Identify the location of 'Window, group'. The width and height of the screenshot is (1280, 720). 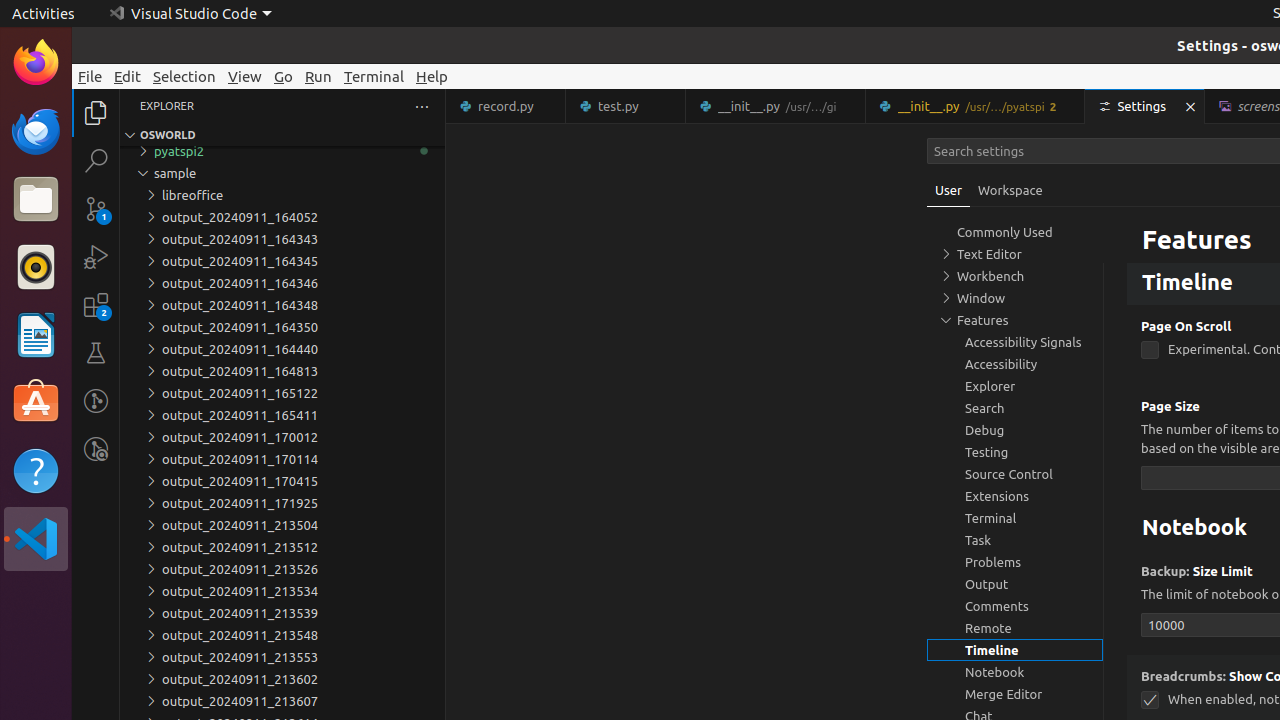
(1015, 298).